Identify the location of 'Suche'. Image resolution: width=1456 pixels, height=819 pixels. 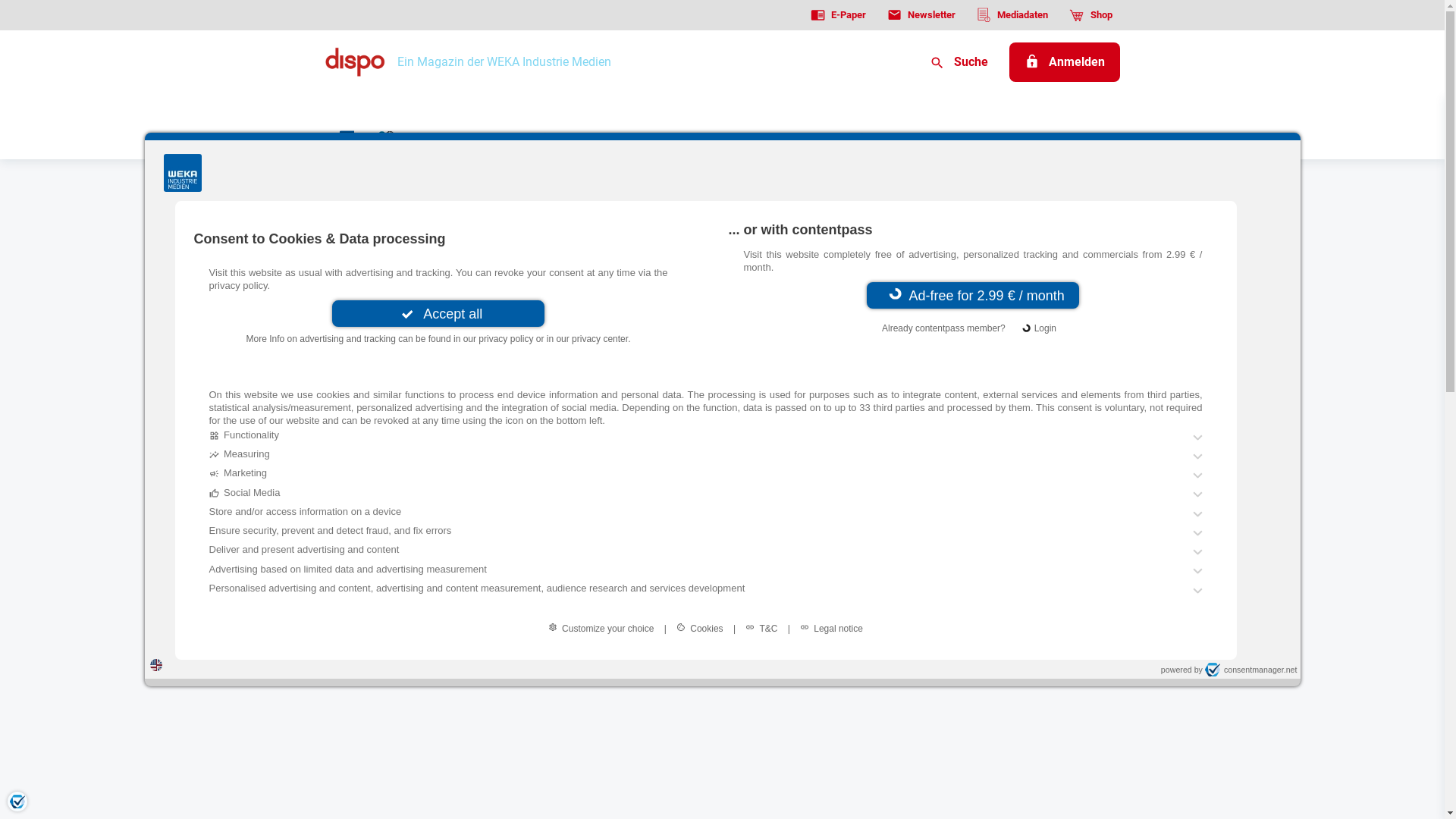
(913, 61).